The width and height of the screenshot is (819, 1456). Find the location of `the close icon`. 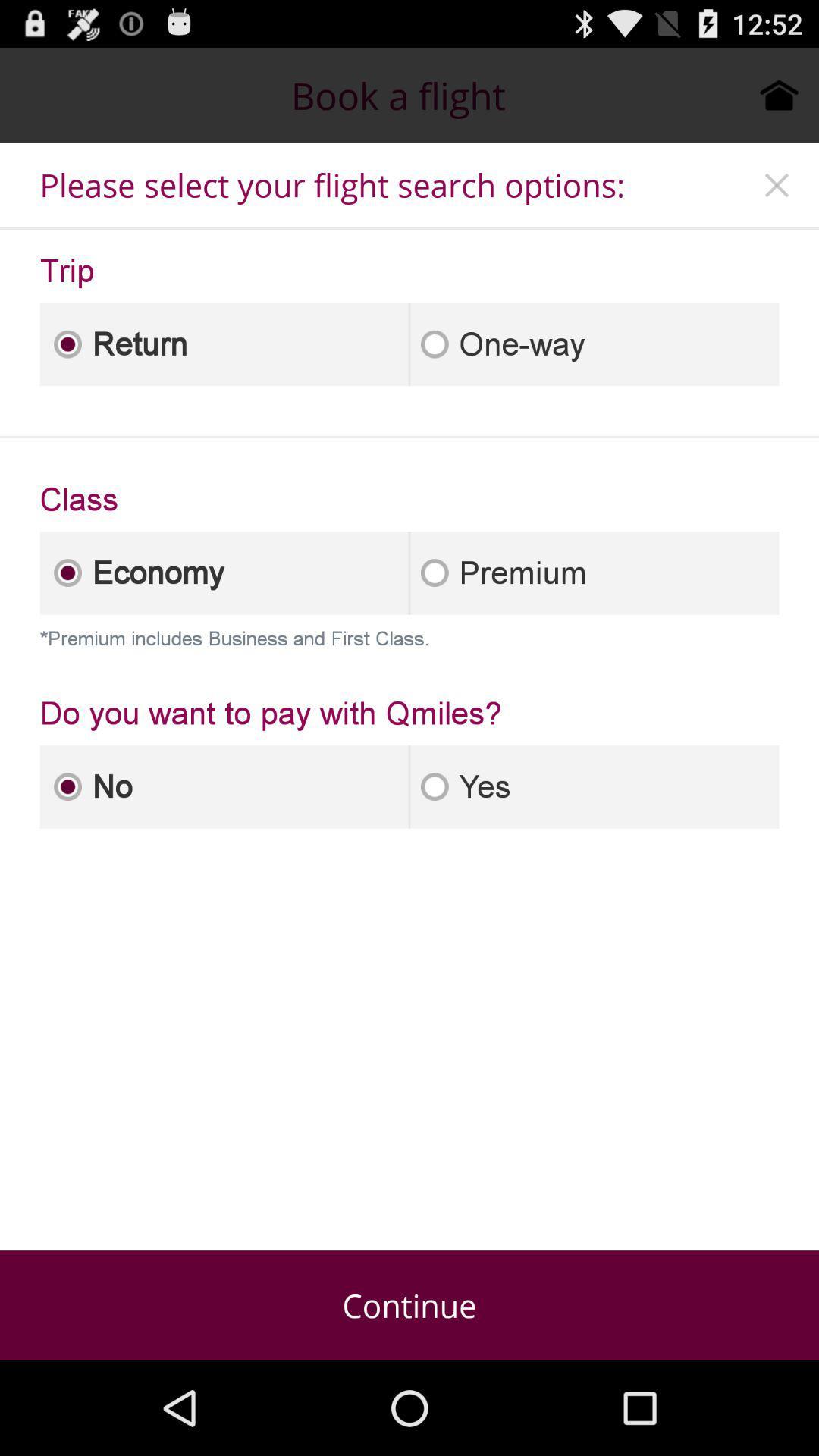

the close icon is located at coordinates (777, 197).